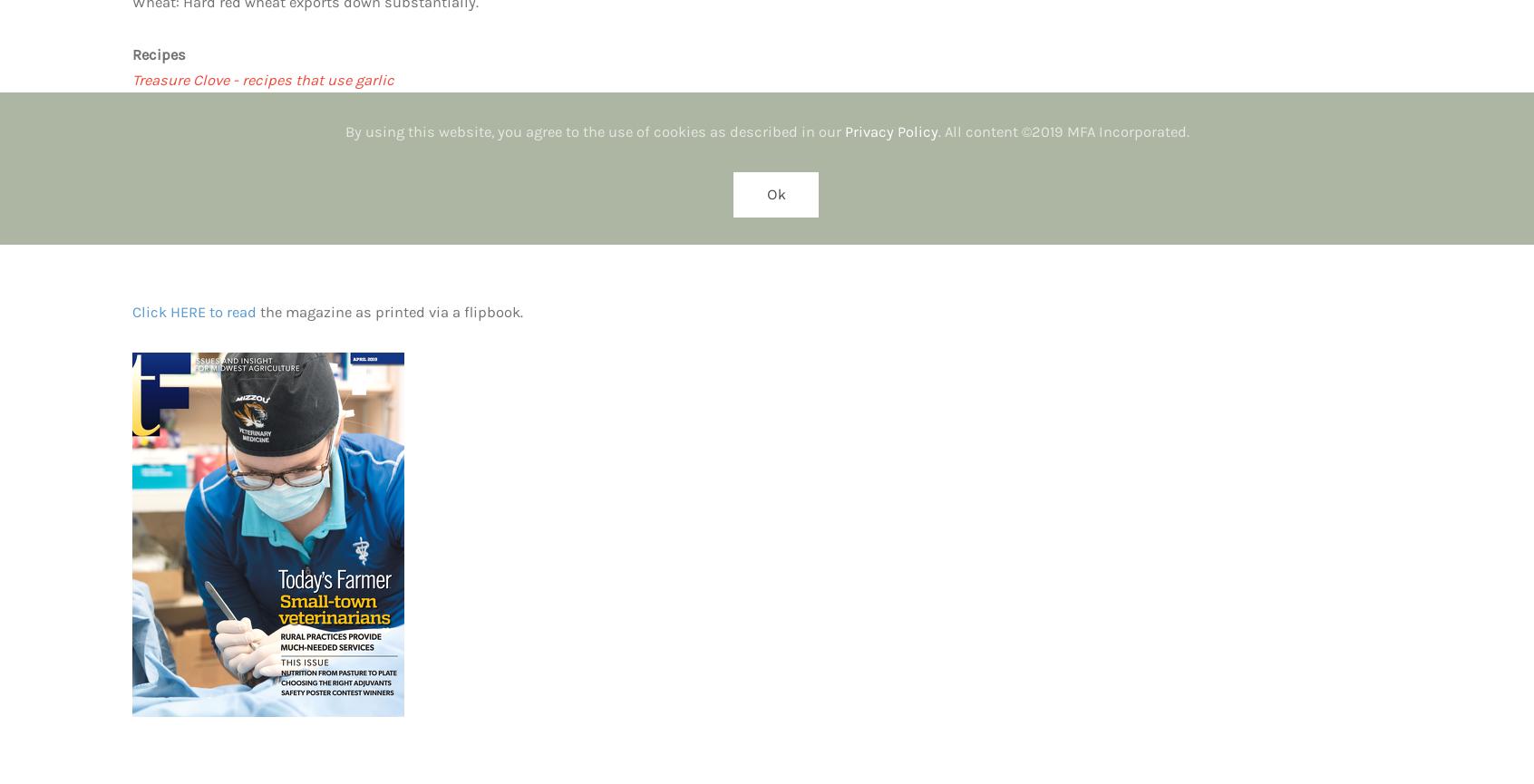  What do you see at coordinates (131, 131) in the screenshot?
I see `'Click to go to Food Page'` at bounding box center [131, 131].